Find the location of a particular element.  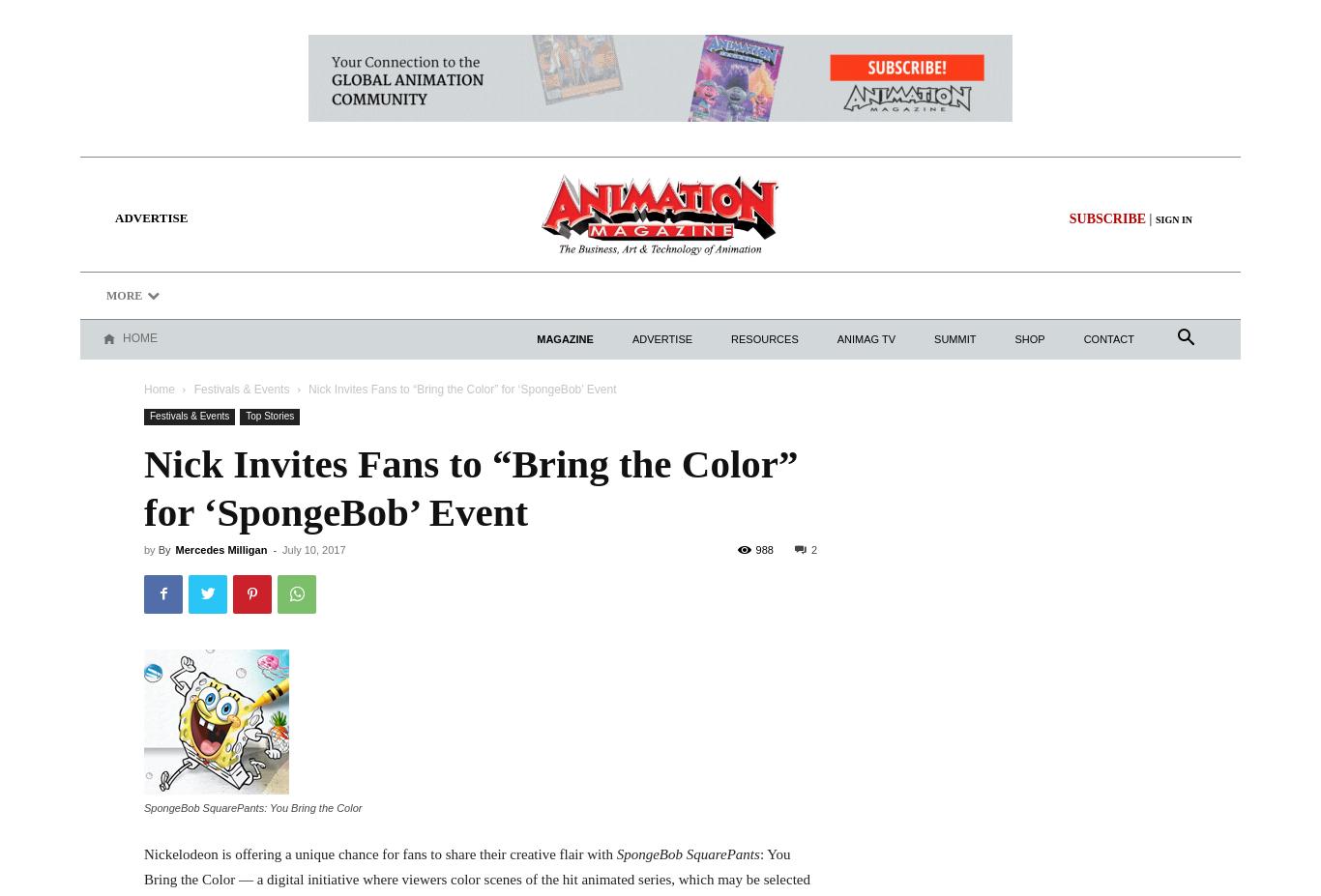

'Video Games' is located at coordinates (1043, 294).